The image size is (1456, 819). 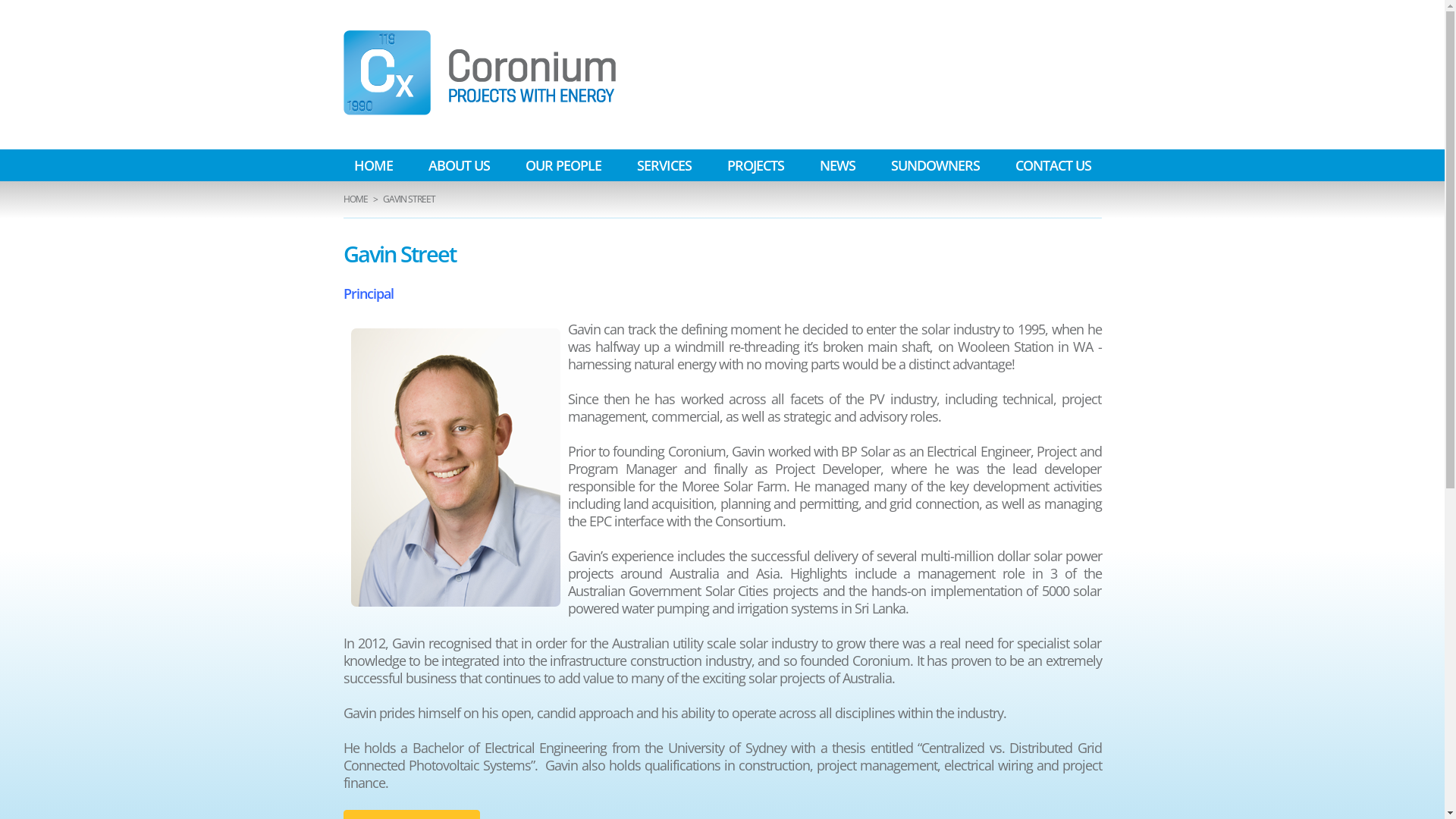 I want to click on 'SERVICES', so click(x=664, y=165).